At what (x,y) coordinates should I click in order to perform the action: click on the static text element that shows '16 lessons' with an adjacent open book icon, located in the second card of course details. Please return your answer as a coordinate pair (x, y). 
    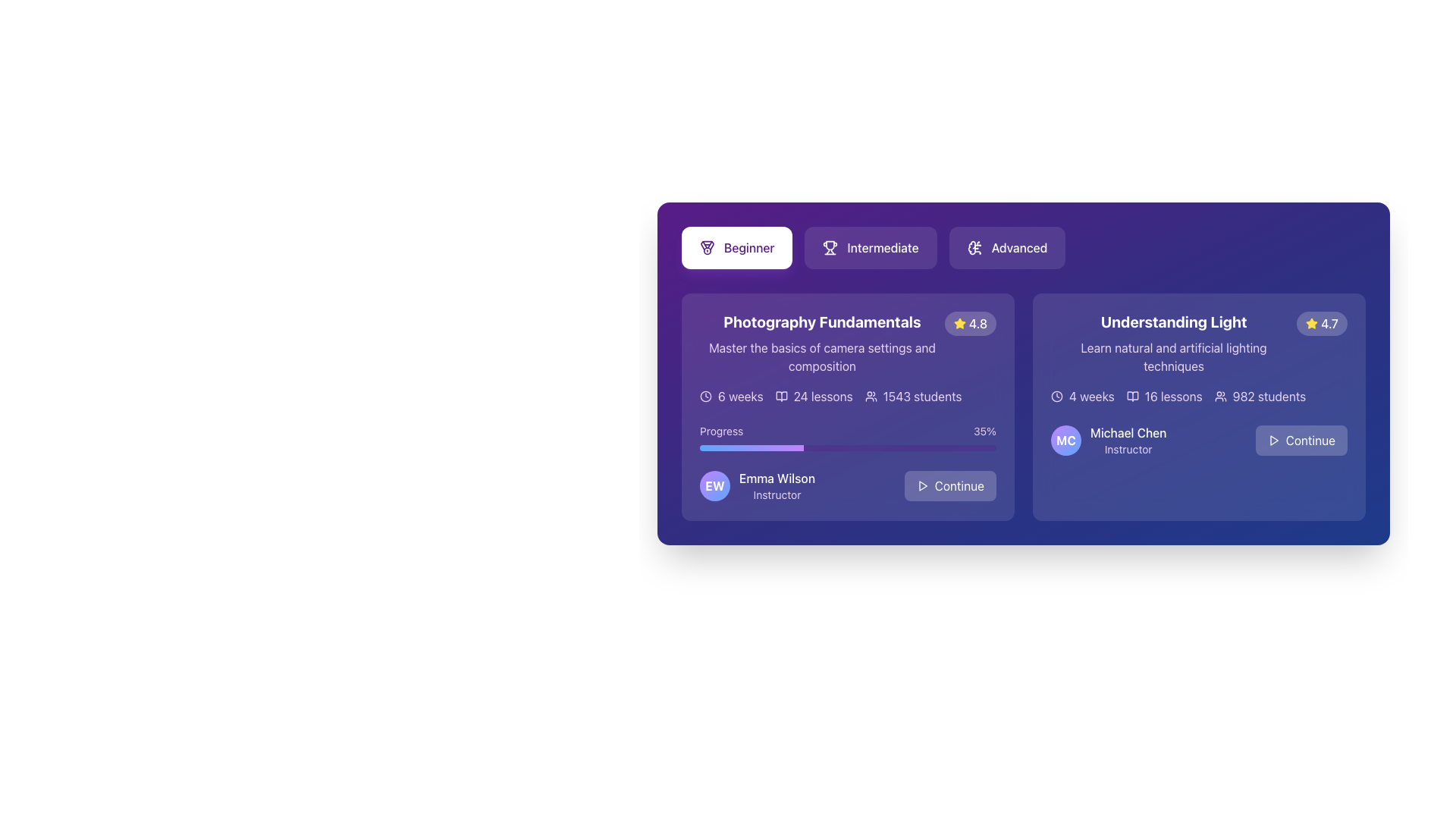
    Looking at the image, I should click on (1163, 396).